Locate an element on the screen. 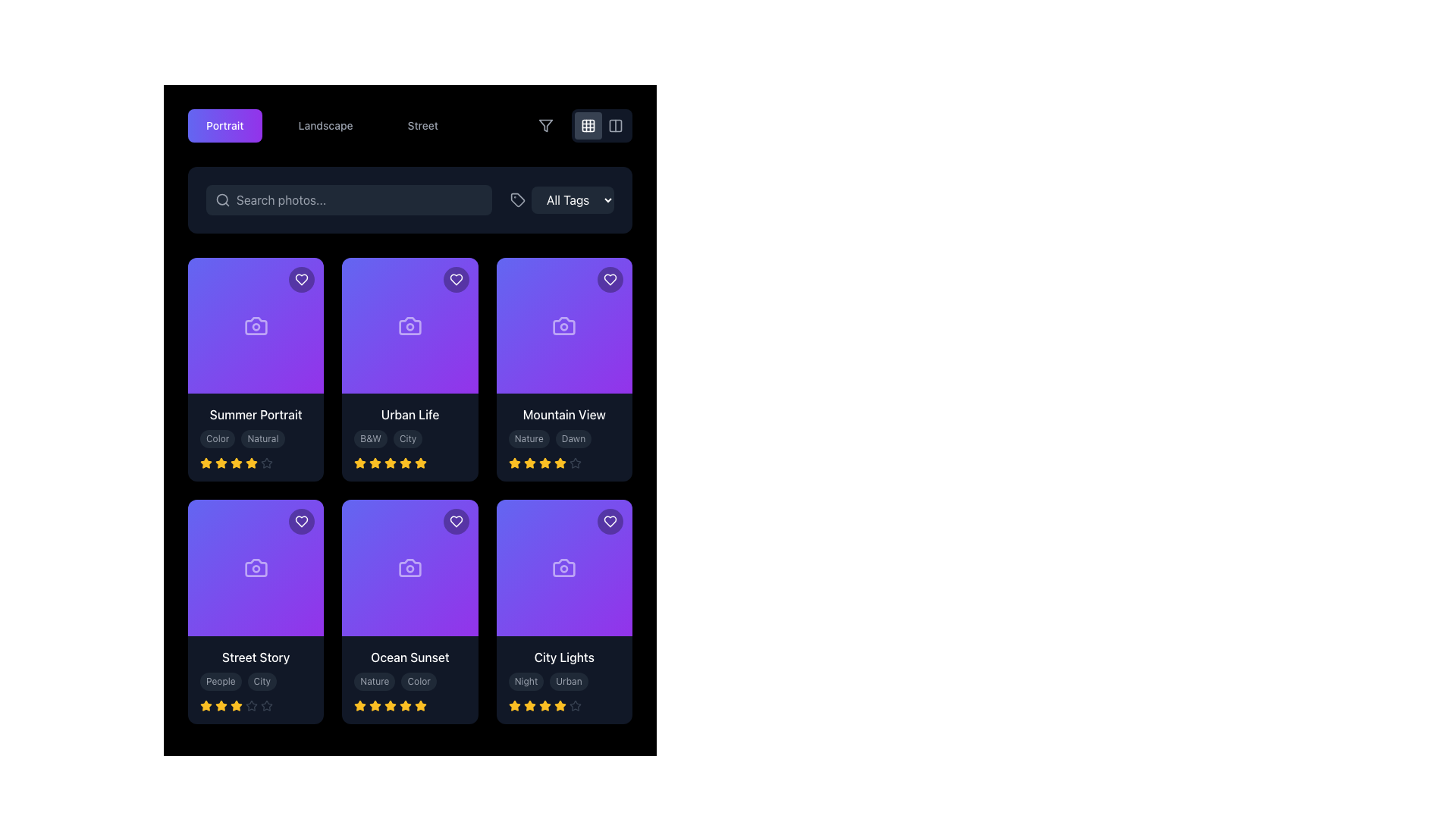 The width and height of the screenshot is (1456, 819). the Card component is located at coordinates (410, 610).